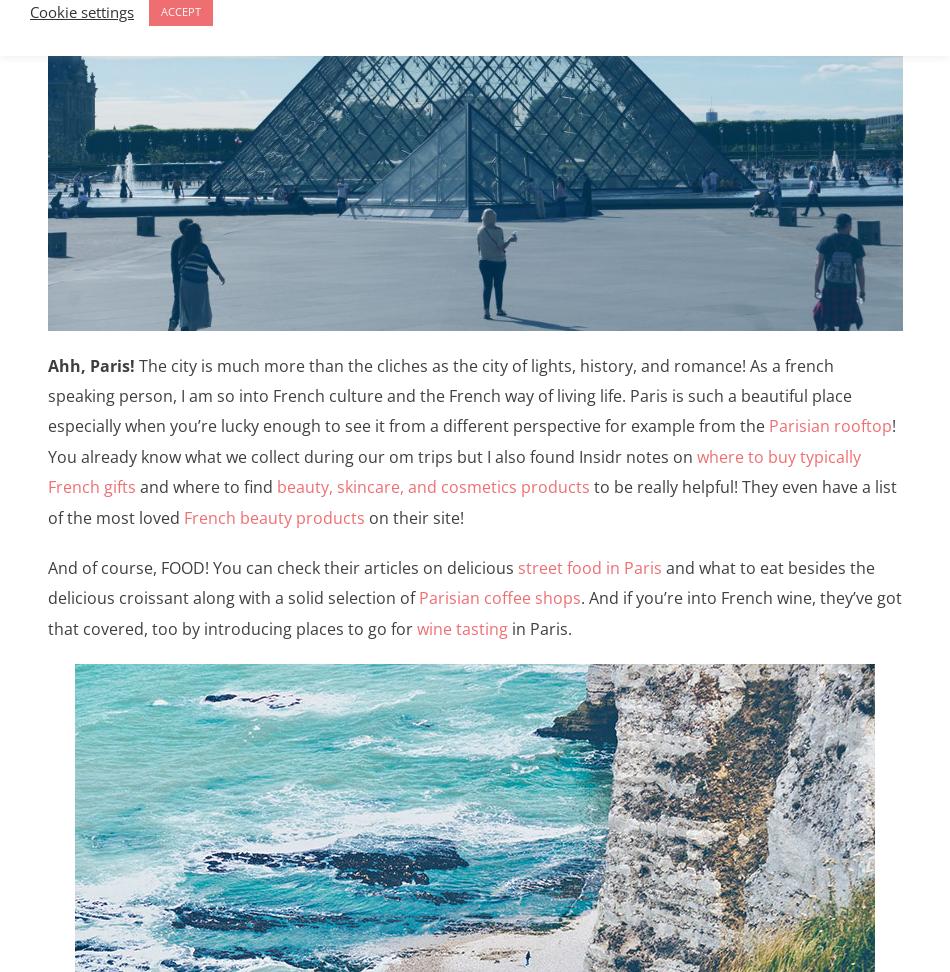 The image size is (950, 972). I want to click on 'ACCEPT', so click(161, 11).